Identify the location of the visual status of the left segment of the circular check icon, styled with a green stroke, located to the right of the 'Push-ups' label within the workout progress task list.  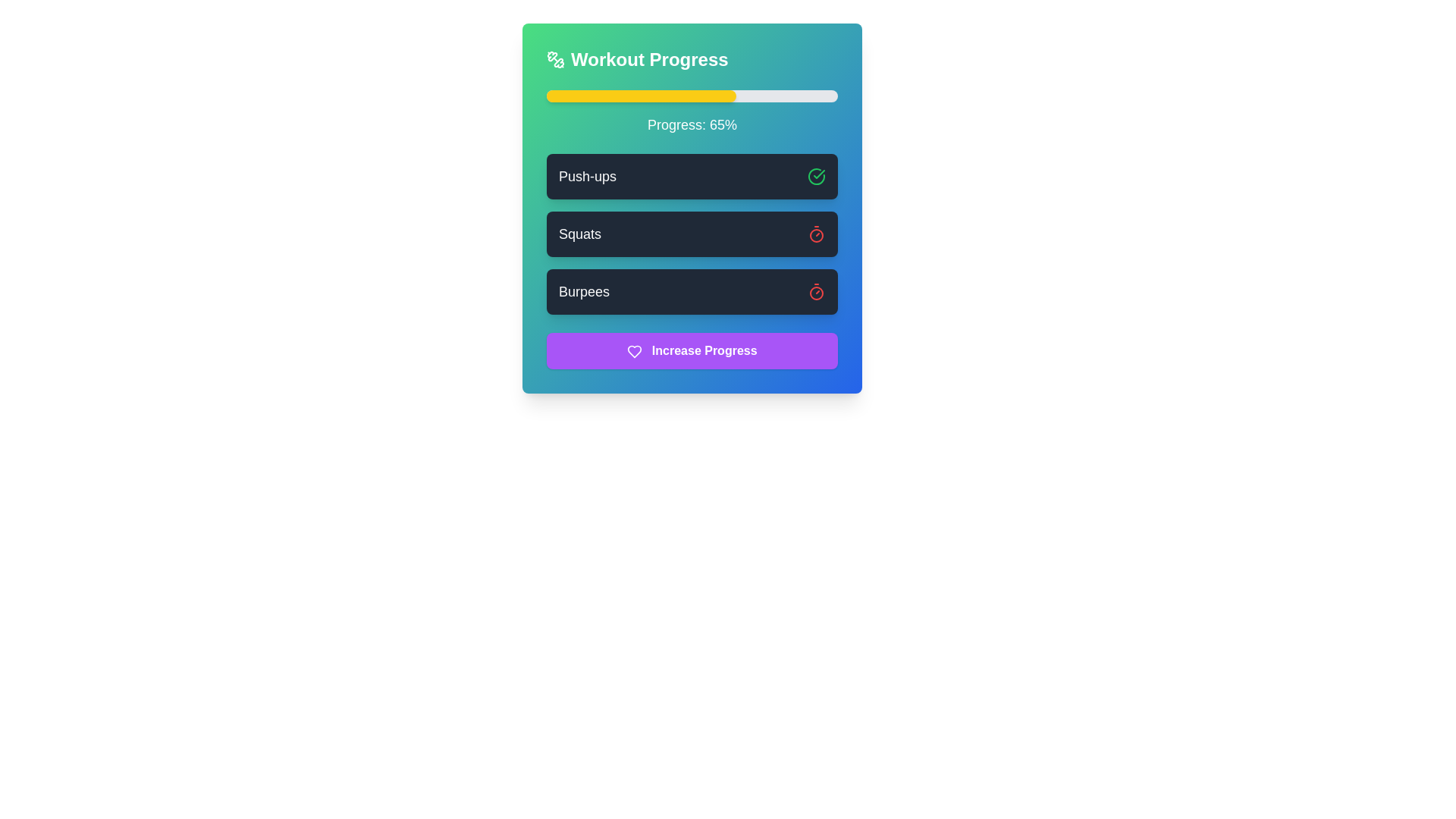
(815, 175).